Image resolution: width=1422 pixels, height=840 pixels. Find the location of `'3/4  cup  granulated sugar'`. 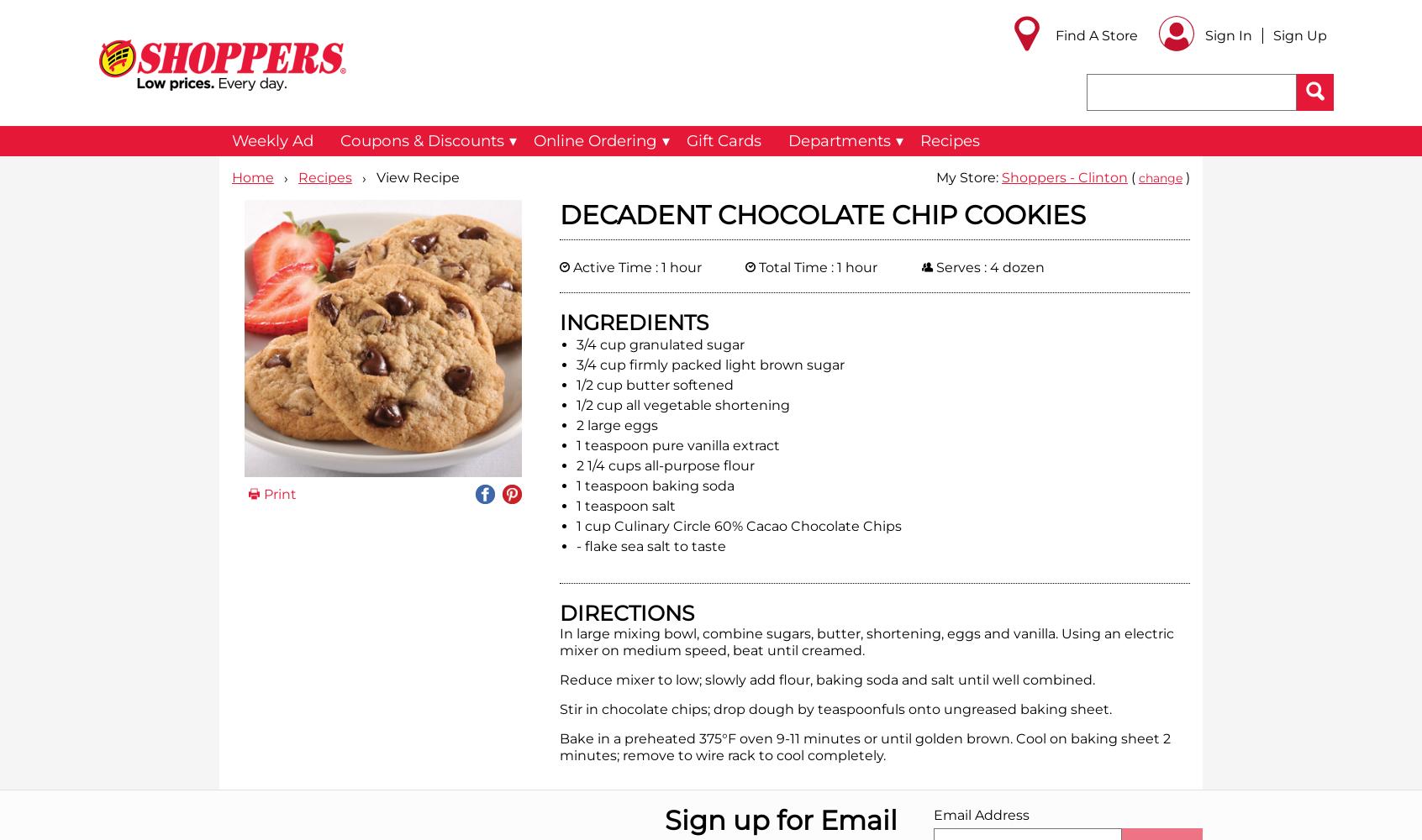

'3/4  cup  granulated sugar' is located at coordinates (659, 344).